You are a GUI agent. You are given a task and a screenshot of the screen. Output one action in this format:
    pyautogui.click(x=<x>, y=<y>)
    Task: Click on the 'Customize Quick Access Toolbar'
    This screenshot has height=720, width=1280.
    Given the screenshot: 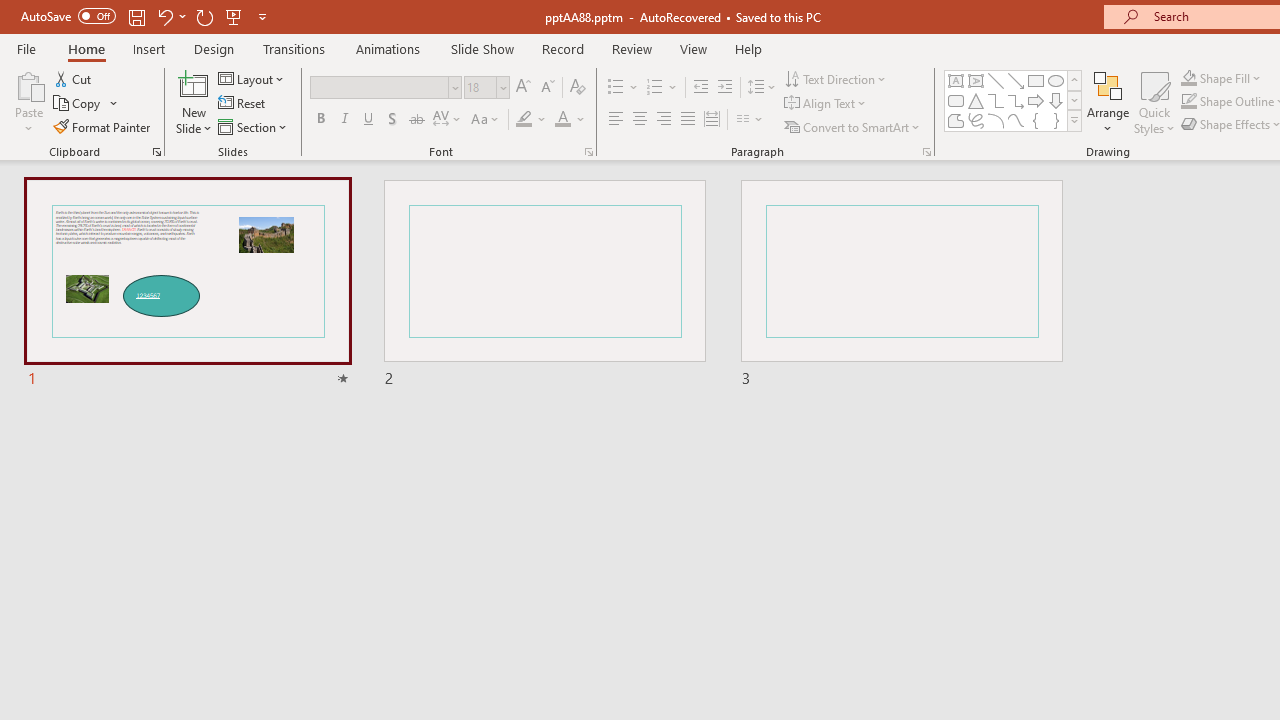 What is the action you would take?
    pyautogui.click(x=262, y=16)
    